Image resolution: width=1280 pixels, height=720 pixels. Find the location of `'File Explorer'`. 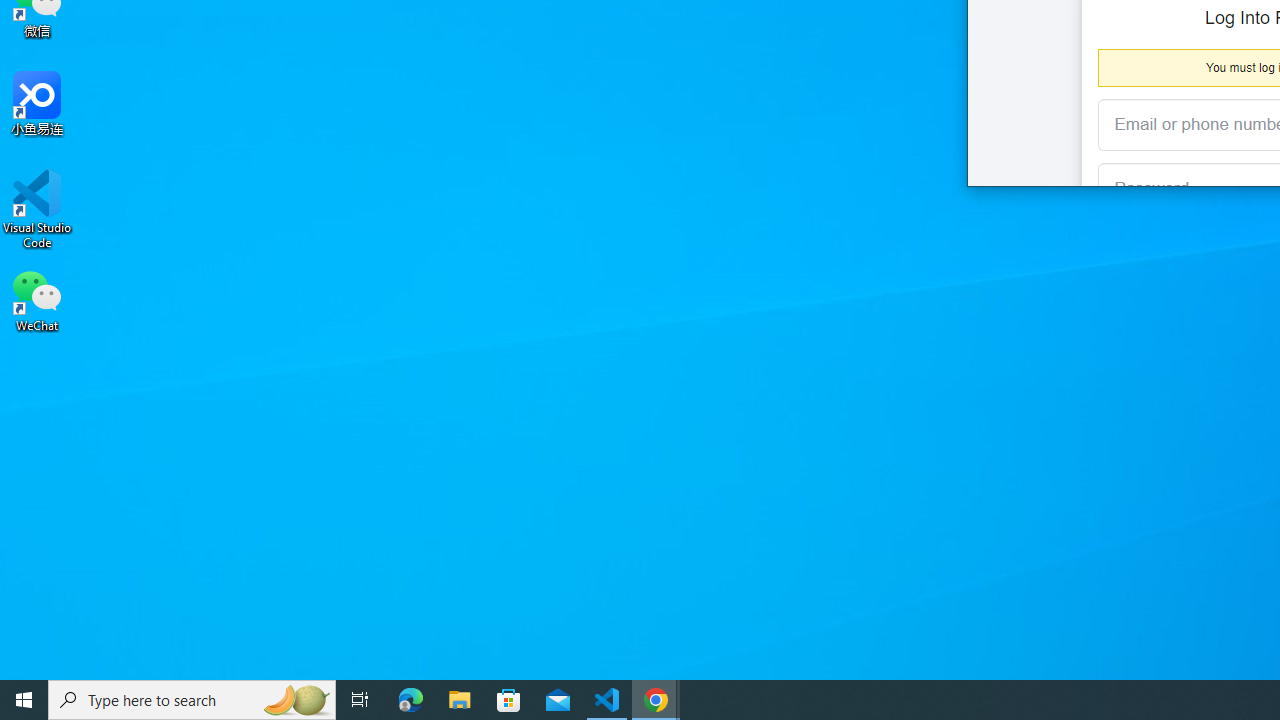

'File Explorer' is located at coordinates (459, 698).